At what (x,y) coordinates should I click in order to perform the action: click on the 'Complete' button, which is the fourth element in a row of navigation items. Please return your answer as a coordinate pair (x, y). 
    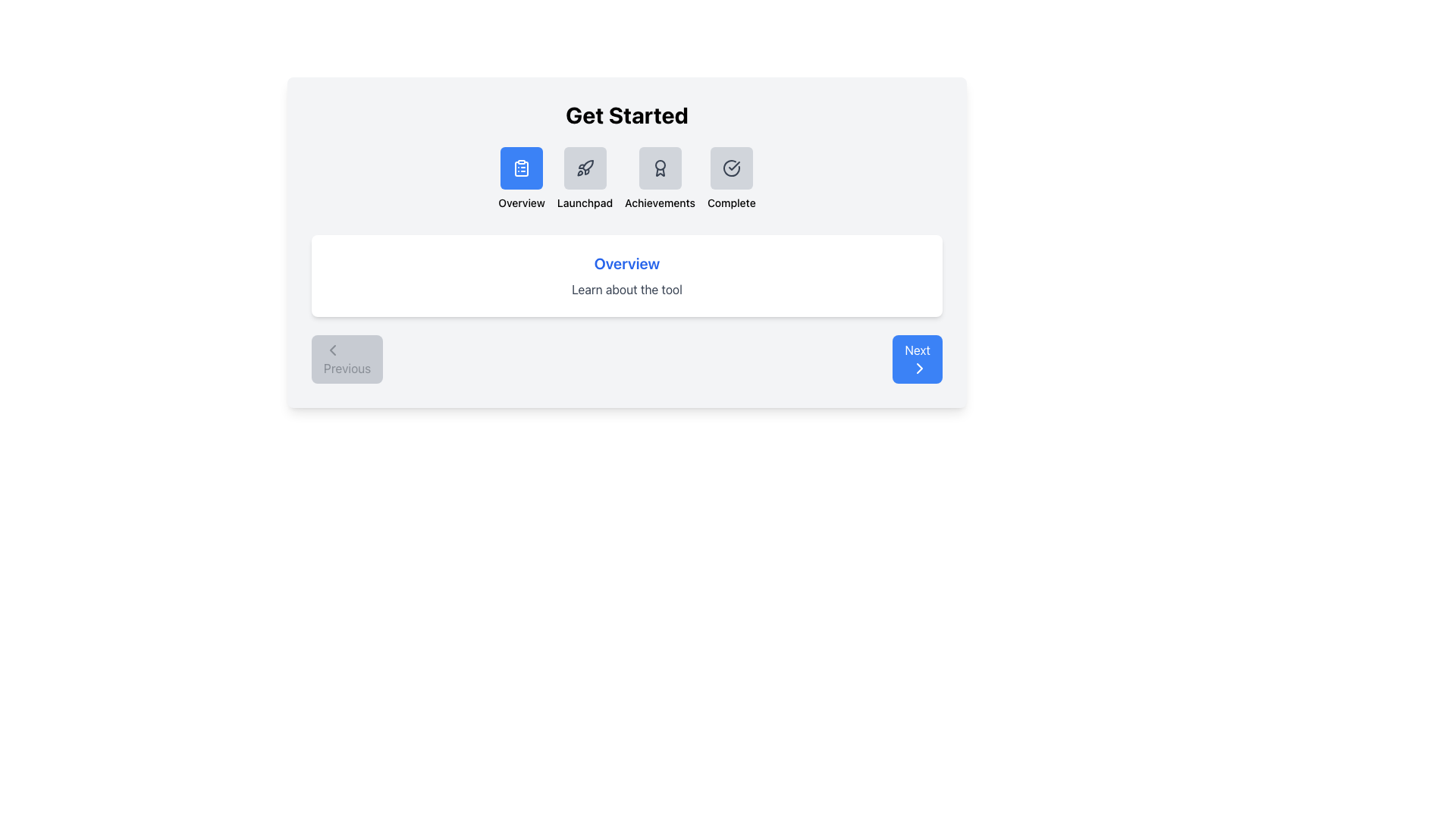
    Looking at the image, I should click on (731, 177).